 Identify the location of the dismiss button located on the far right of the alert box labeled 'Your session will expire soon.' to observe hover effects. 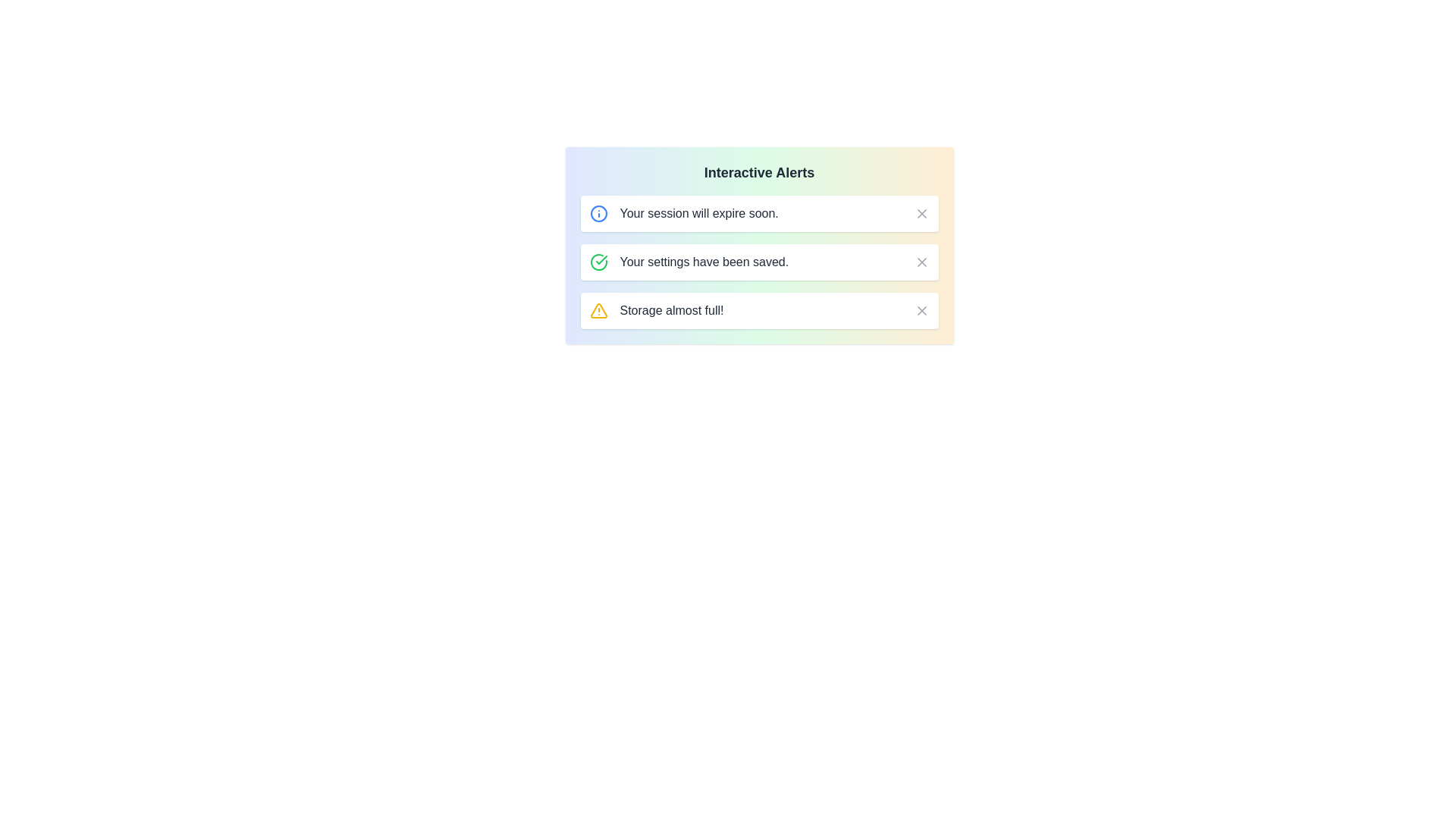
(921, 213).